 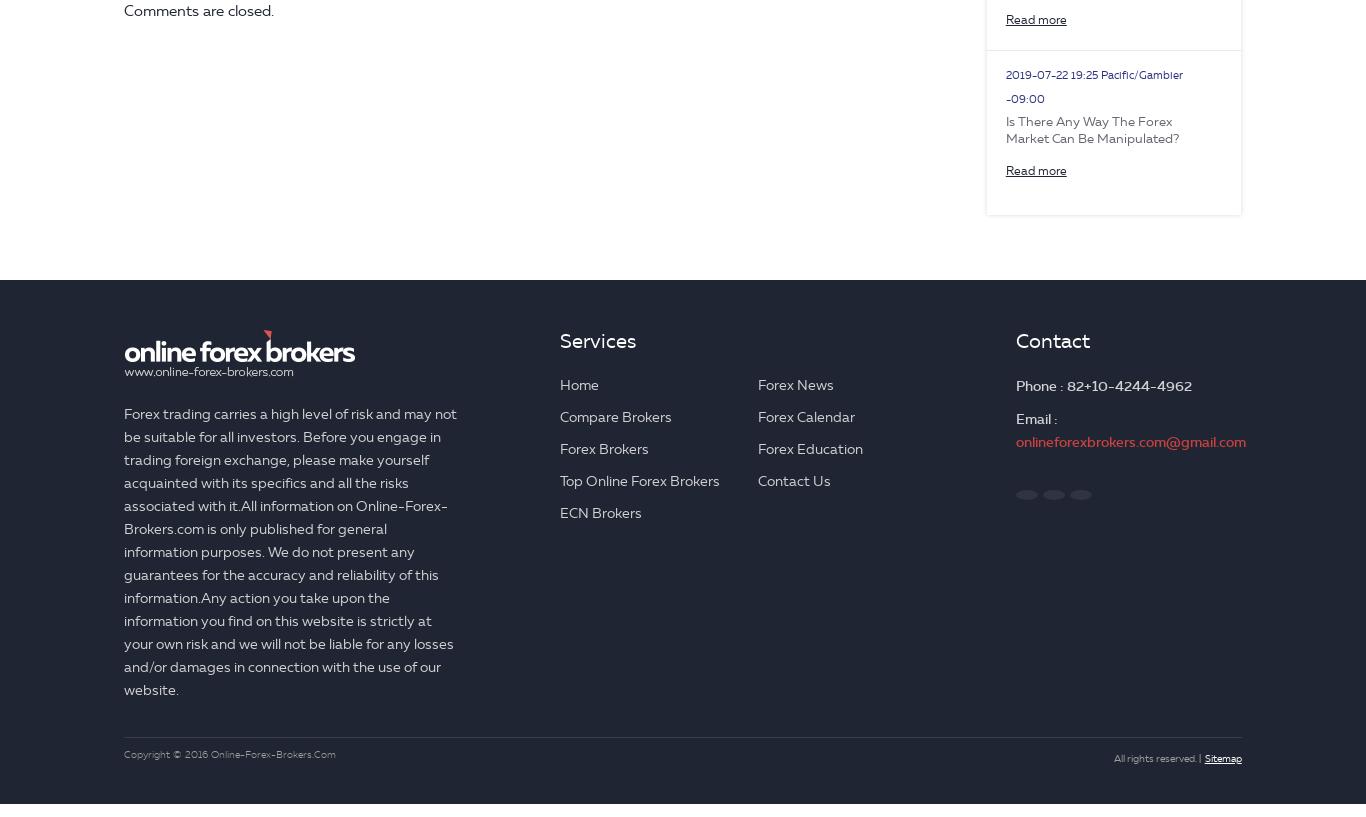 I want to click on 'Forex trading carries a high level of risk and may not be suitable for all investors. Before you engage in trading foreign exchange, please make yourself acquainted with its specifics and all the risks associated with it.All information on Online-Forex-Brokers.com is only published for general information purposes. We do not present any guarantees for the accuracy and reliability of this information.Any action you take upon the information you find on this website is strictly at your own risk and we will not be liable for any losses and/or damages in connection with the use of our website.', so click(x=290, y=551).